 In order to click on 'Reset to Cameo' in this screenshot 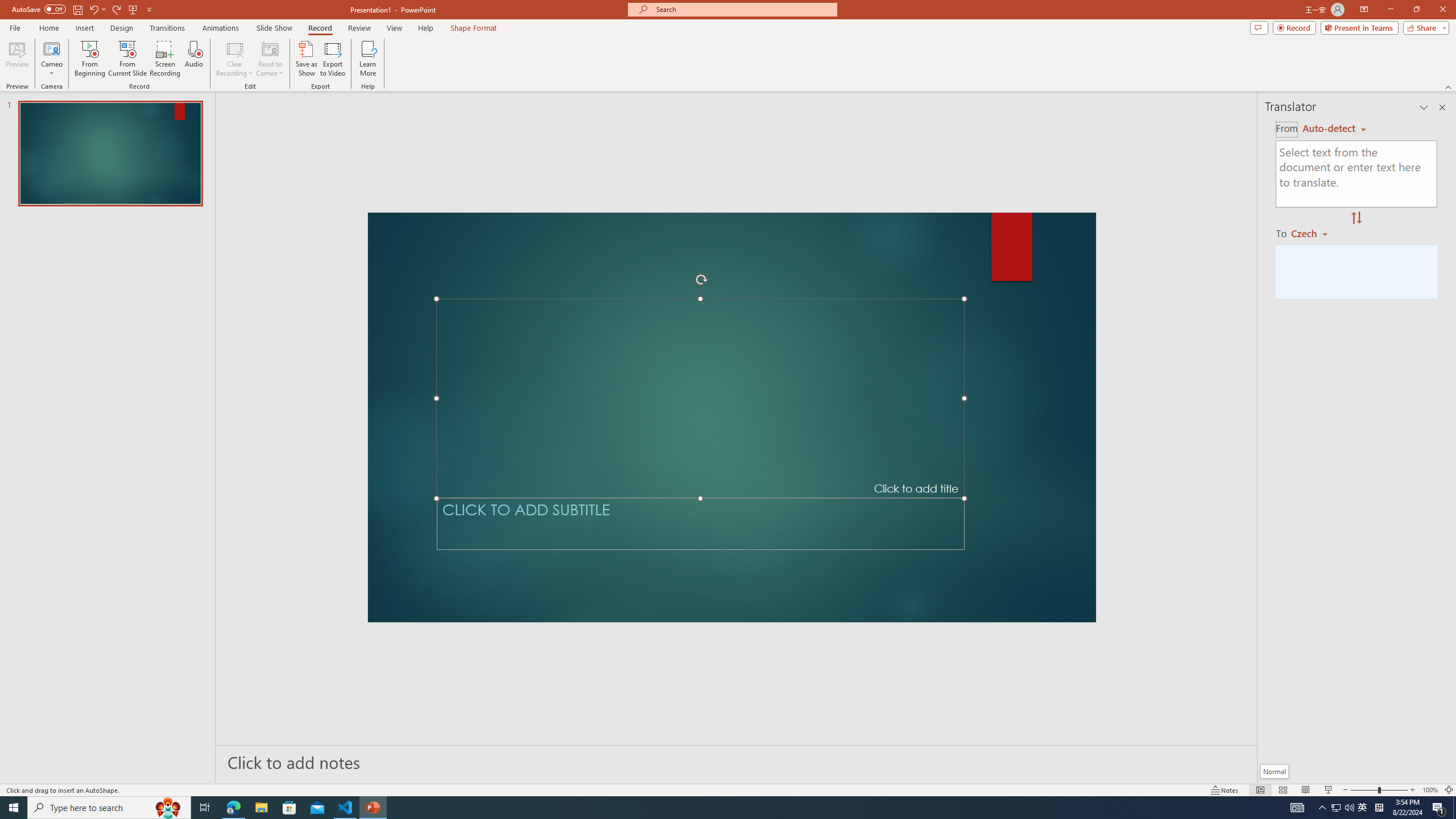, I will do `click(269, 59)`.